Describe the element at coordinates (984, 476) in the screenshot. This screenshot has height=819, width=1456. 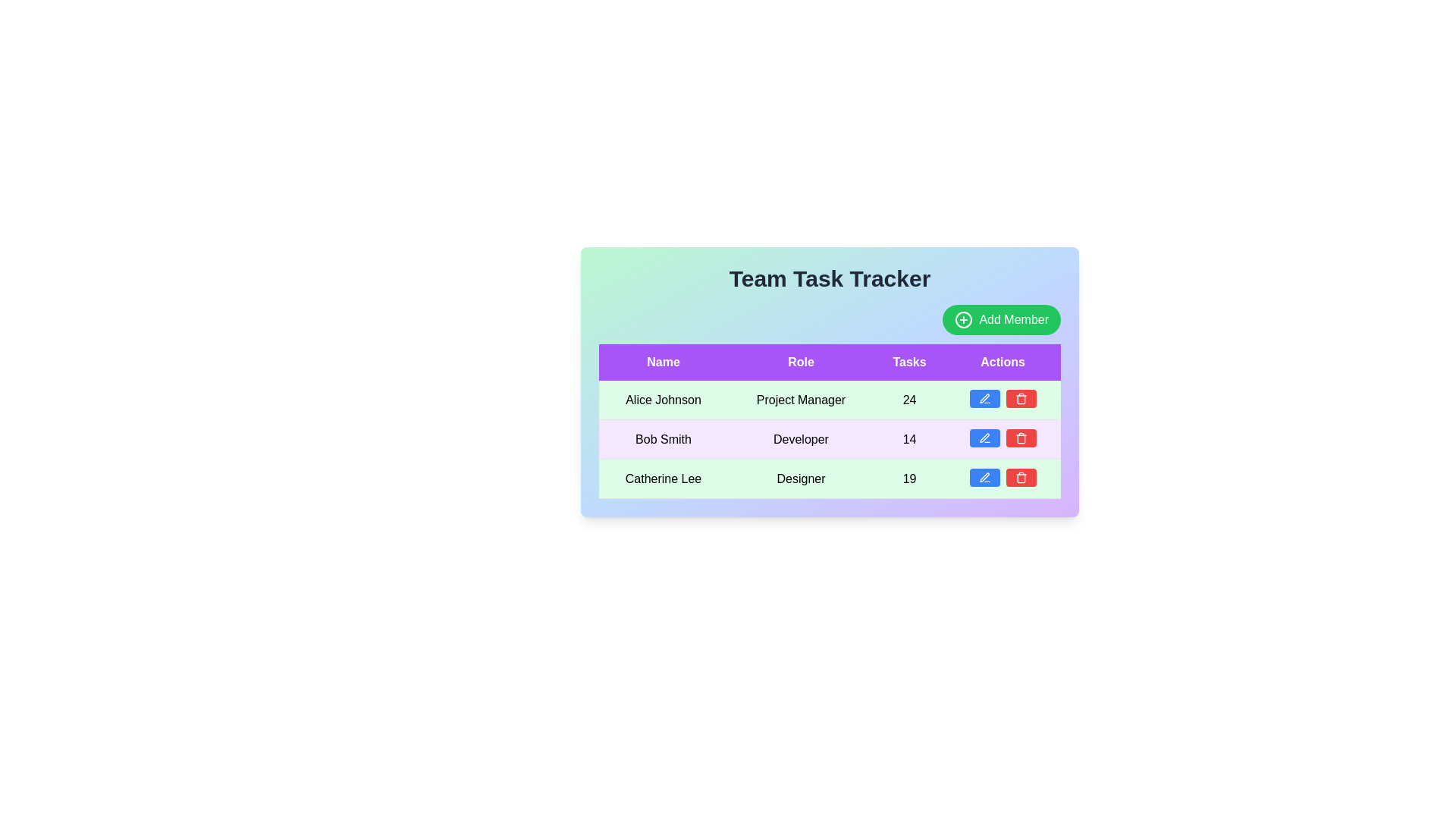
I see `the edit button for the team member identified by Catherine Lee` at that location.